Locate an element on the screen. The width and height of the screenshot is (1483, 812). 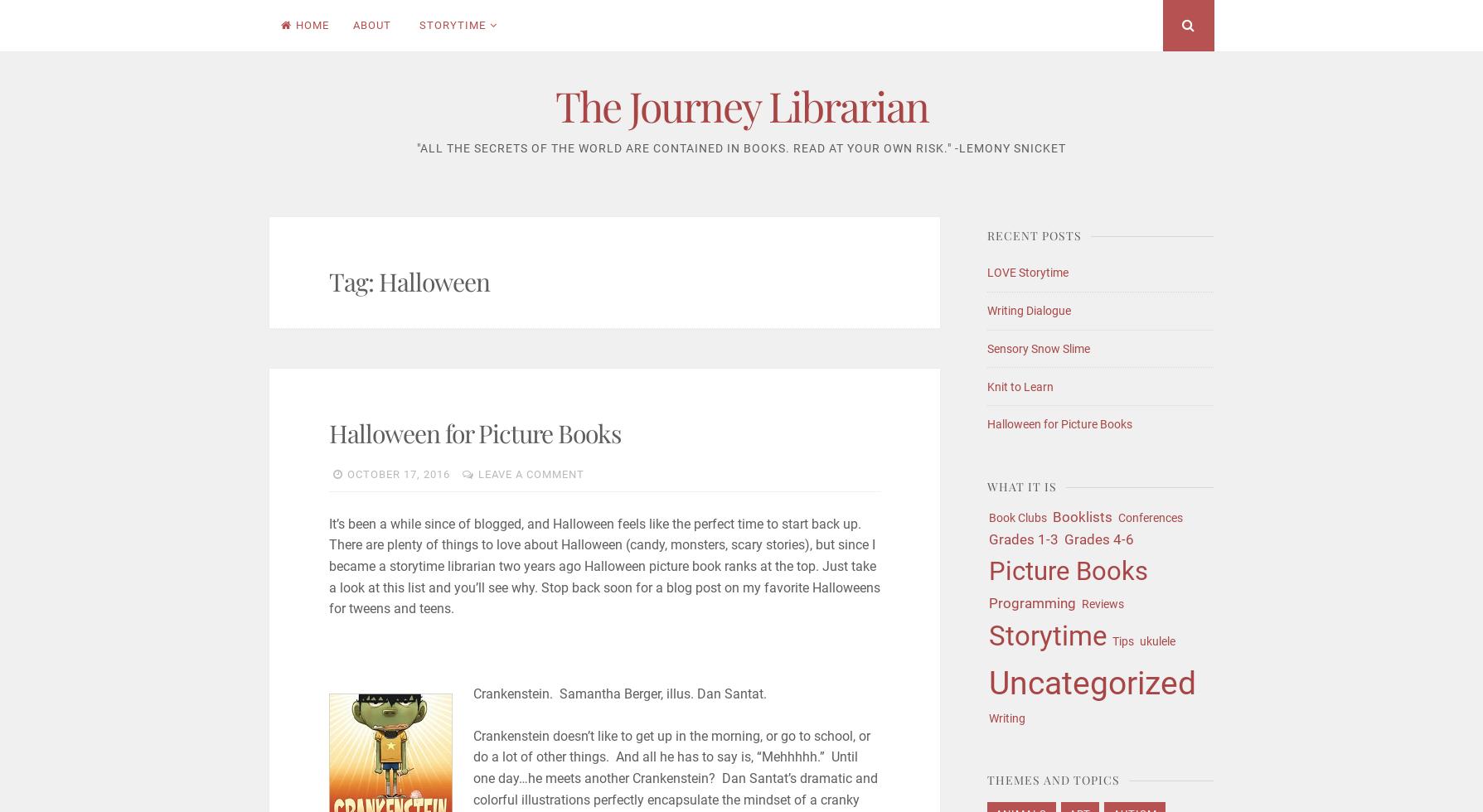
'Writing' is located at coordinates (1006, 718).